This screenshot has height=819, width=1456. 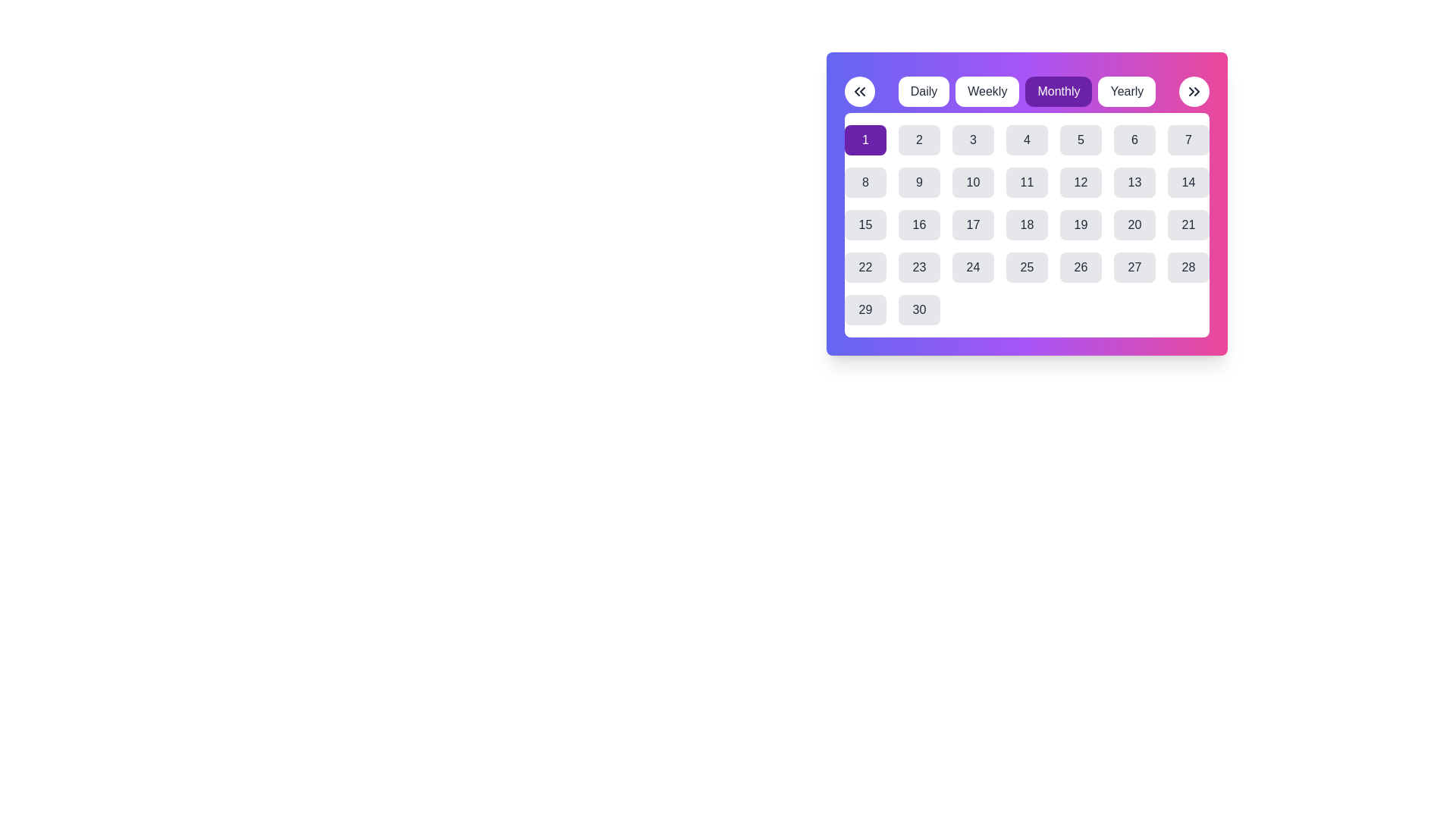 What do you see at coordinates (1127, 91) in the screenshot?
I see `the 'Yearly' button` at bounding box center [1127, 91].